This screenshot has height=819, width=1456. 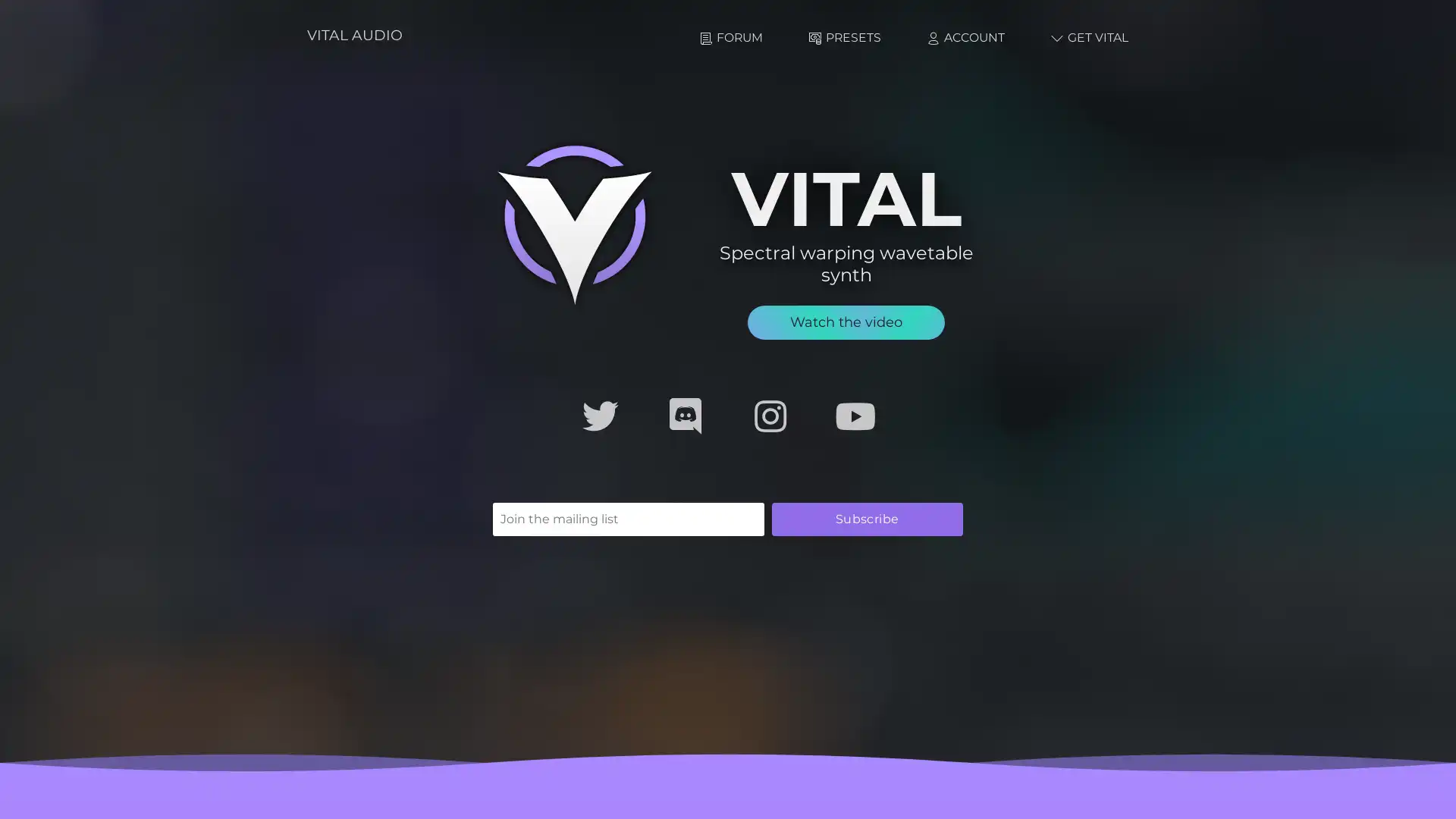 What do you see at coordinates (867, 517) in the screenshot?
I see `Subscribe` at bounding box center [867, 517].